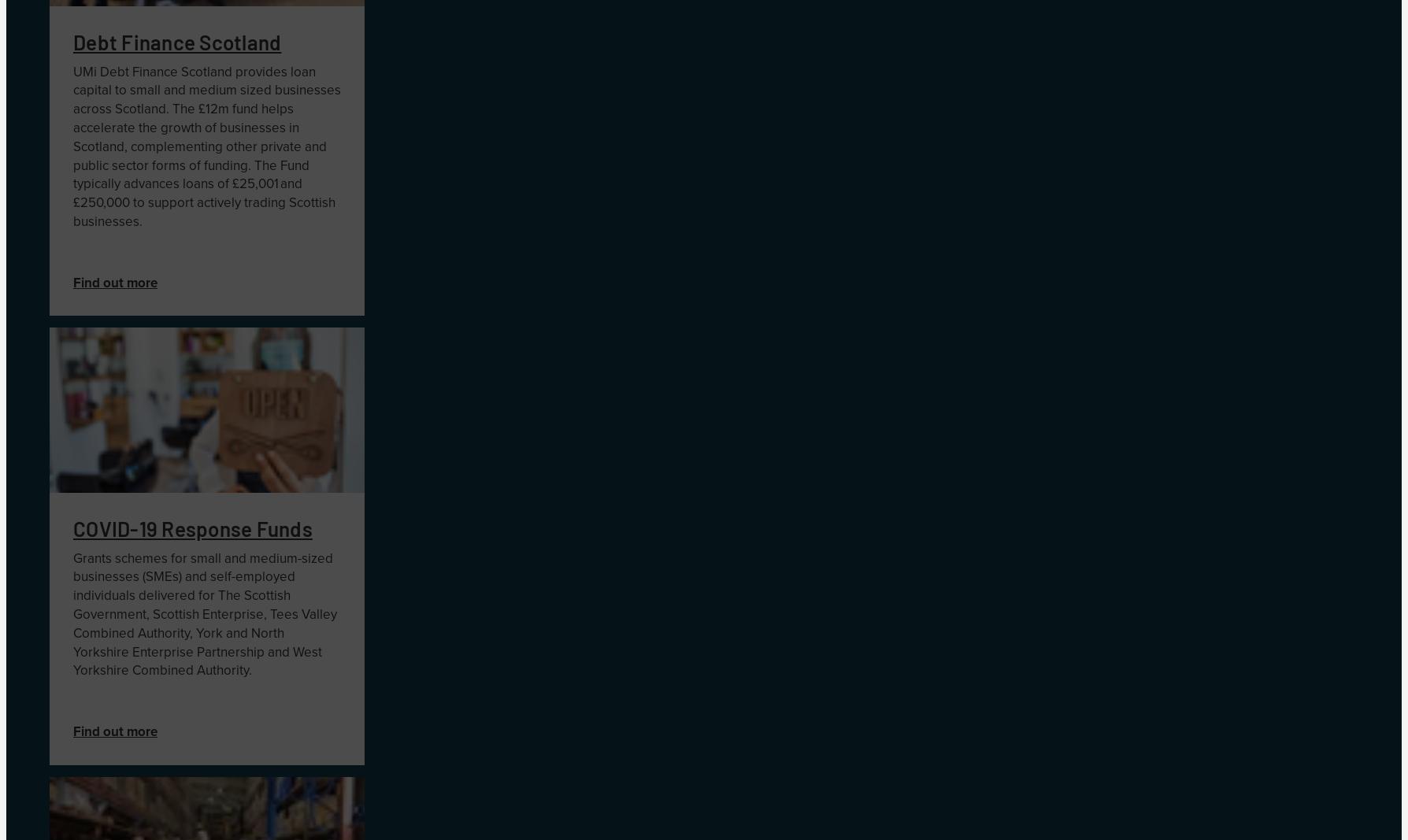 The width and height of the screenshot is (1408, 840). What do you see at coordinates (191, 631) in the screenshot?
I see `','` at bounding box center [191, 631].